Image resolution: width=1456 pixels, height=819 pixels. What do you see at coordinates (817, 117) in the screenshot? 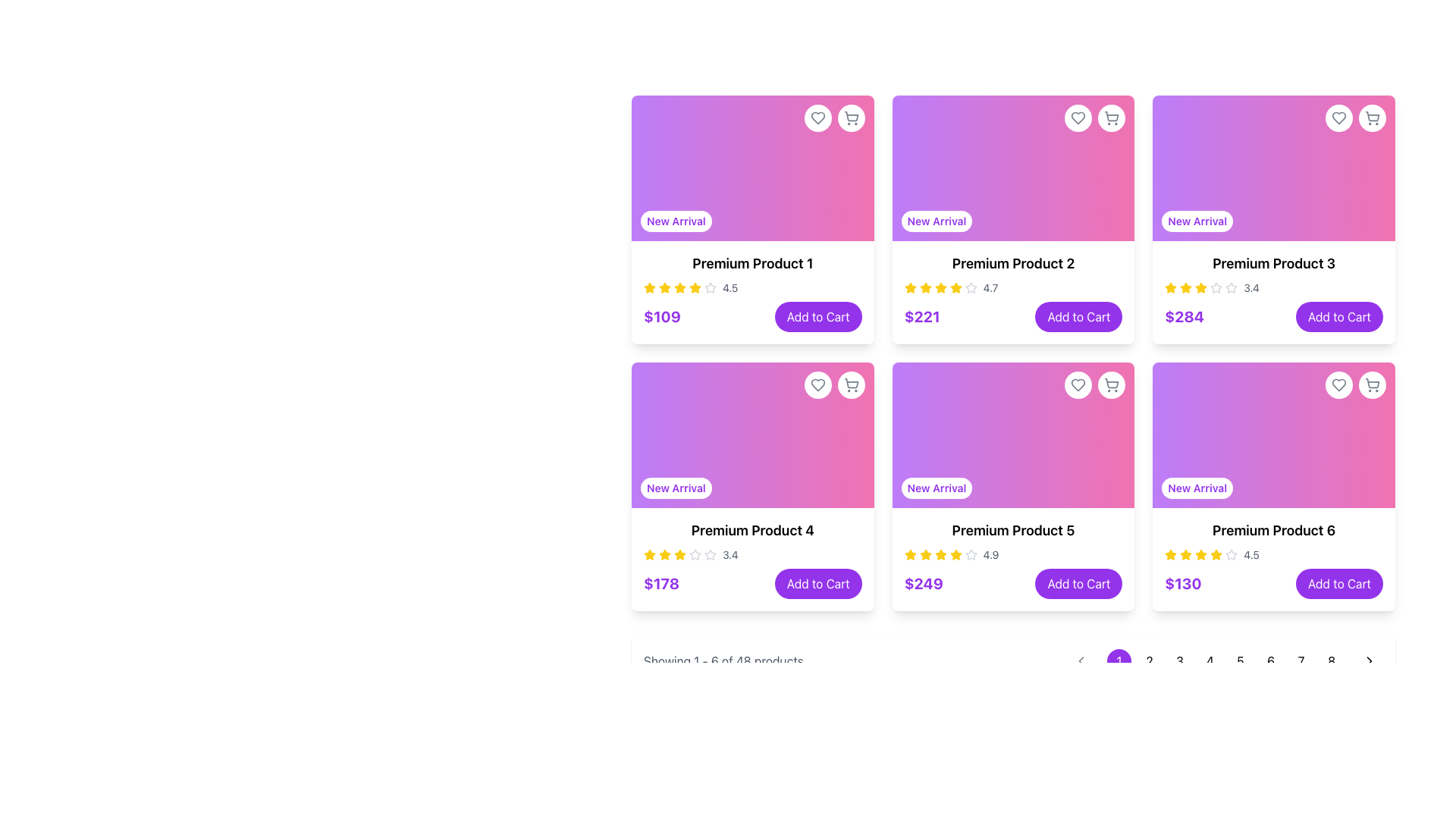
I see `the heart-shaped gray icon in the top-right corner of the 'Premium Product 1' card` at bounding box center [817, 117].